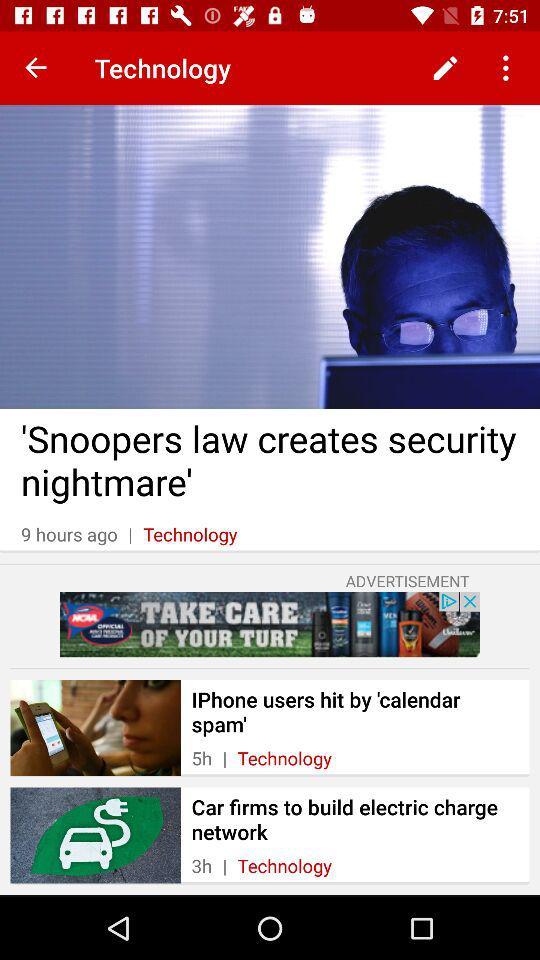 The height and width of the screenshot is (960, 540). Describe the element at coordinates (270, 623) in the screenshot. I see `advertasment` at that location.